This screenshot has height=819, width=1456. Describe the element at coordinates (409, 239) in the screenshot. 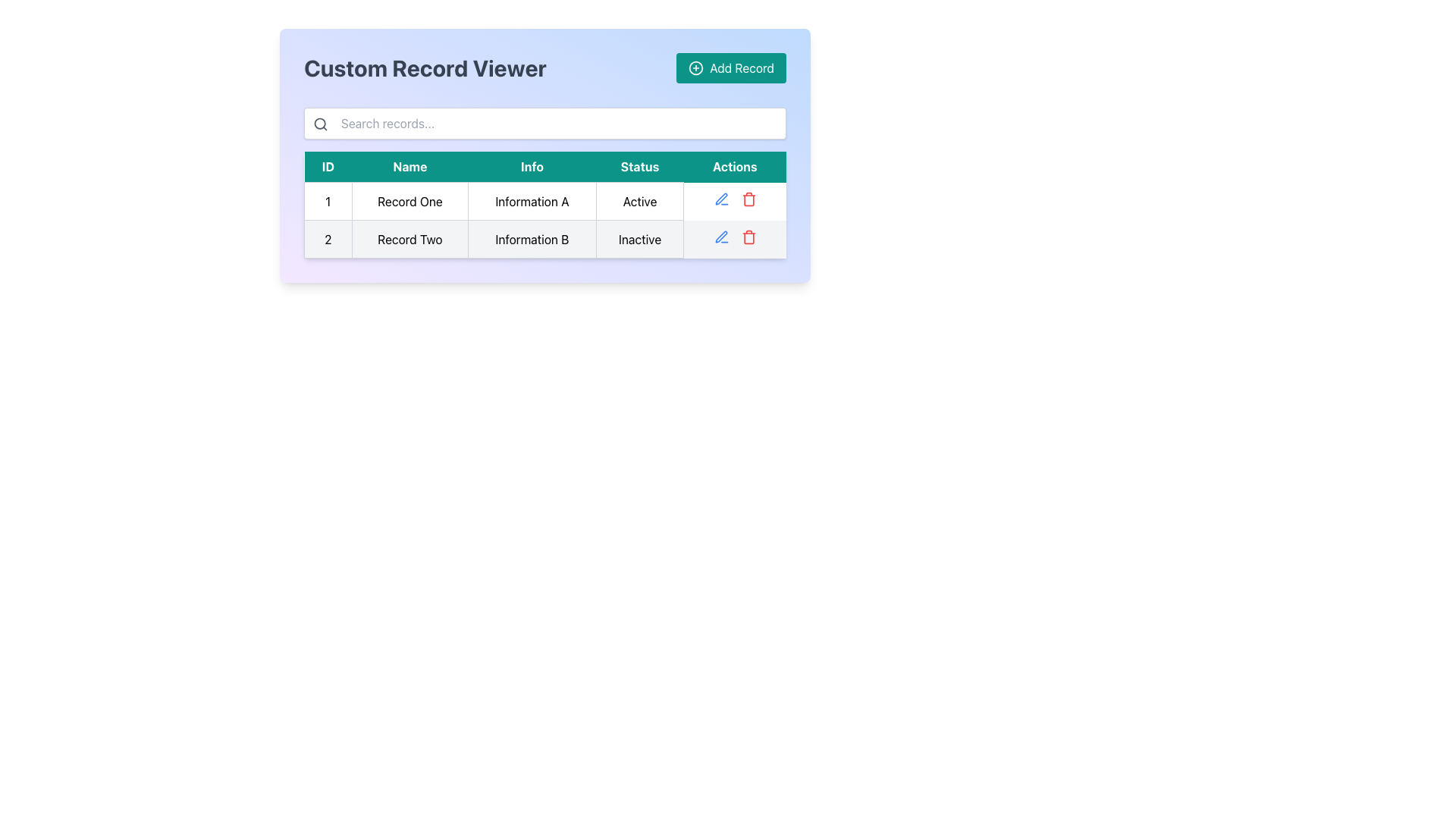

I see `the Text display field in the second row of the table, located in the second column between the 'ID' and 'Info' fields` at that location.